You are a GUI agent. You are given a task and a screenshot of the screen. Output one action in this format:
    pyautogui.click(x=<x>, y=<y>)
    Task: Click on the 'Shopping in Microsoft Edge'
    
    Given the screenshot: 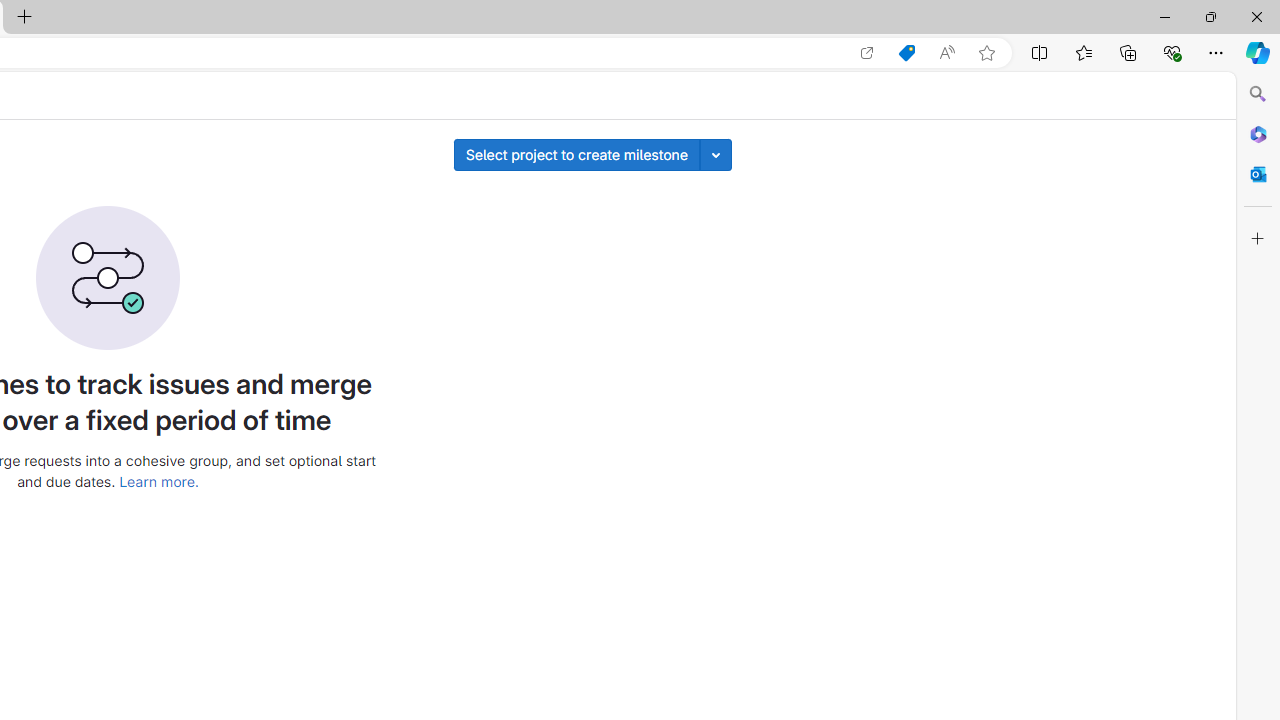 What is the action you would take?
    pyautogui.click(x=905, y=52)
    